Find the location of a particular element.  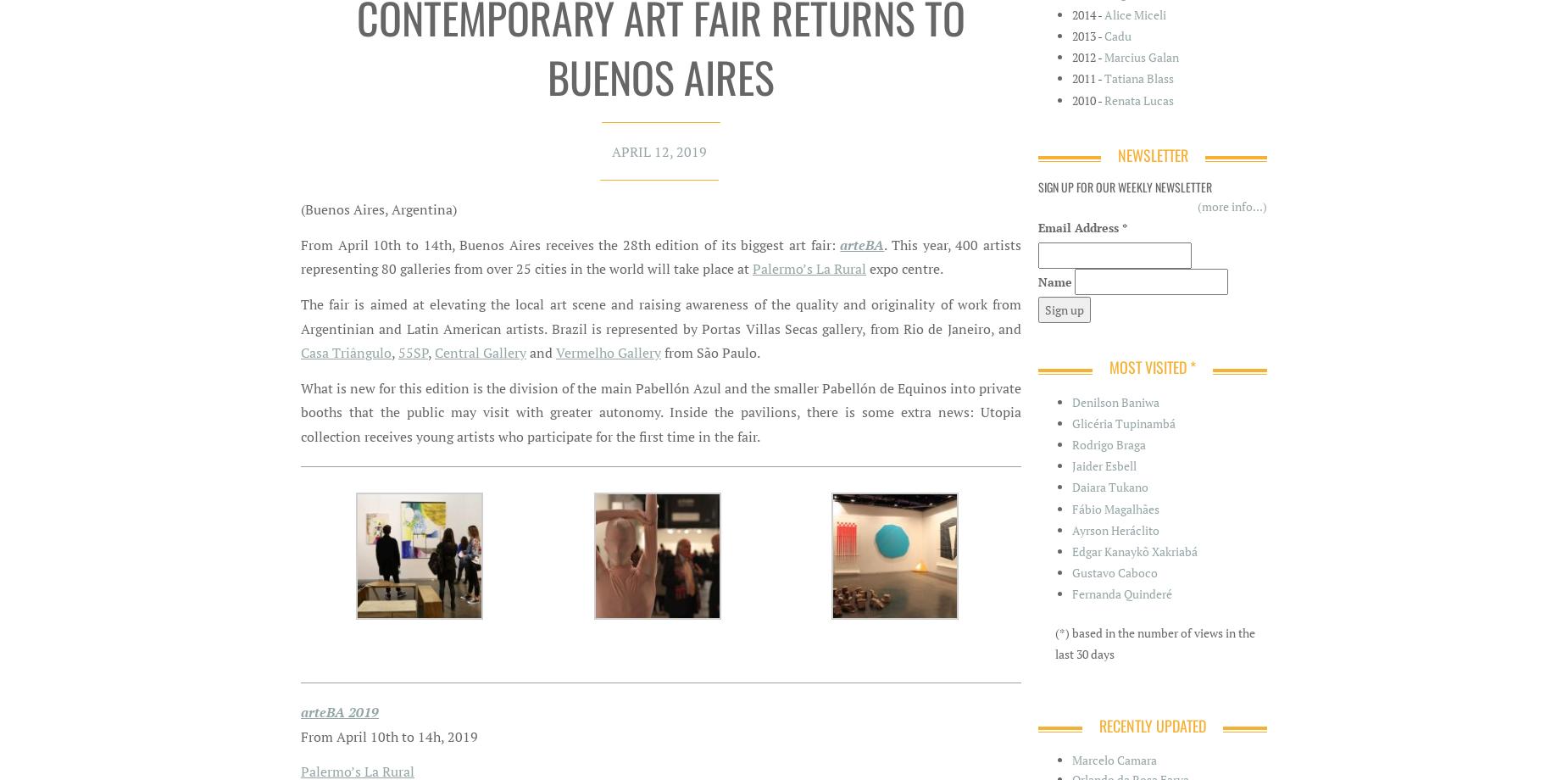

'Denilson Baniwa' is located at coordinates (1071, 401).